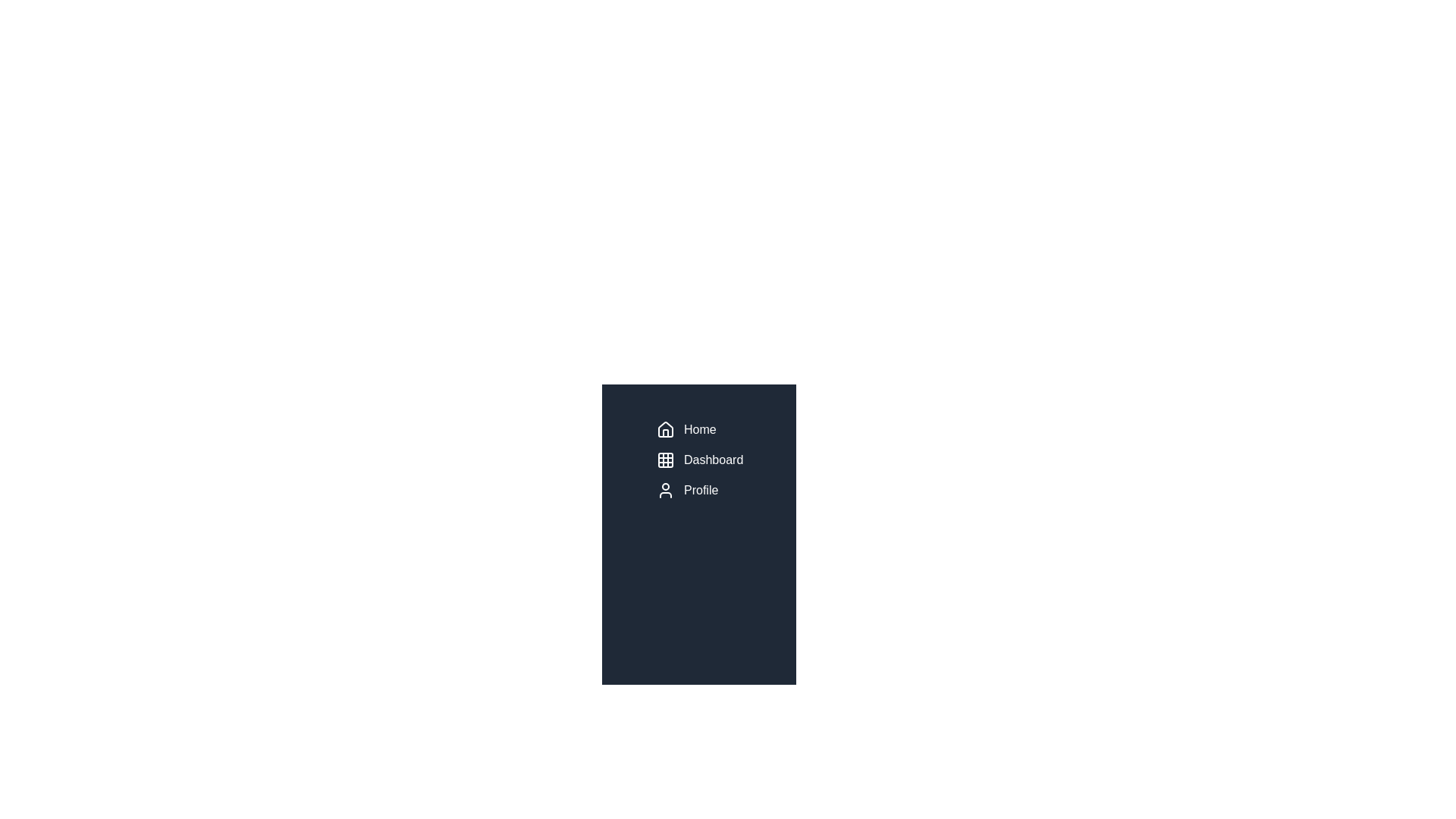  Describe the element at coordinates (698, 491) in the screenshot. I see `the 'Profile' menu item in the sidebar` at that location.